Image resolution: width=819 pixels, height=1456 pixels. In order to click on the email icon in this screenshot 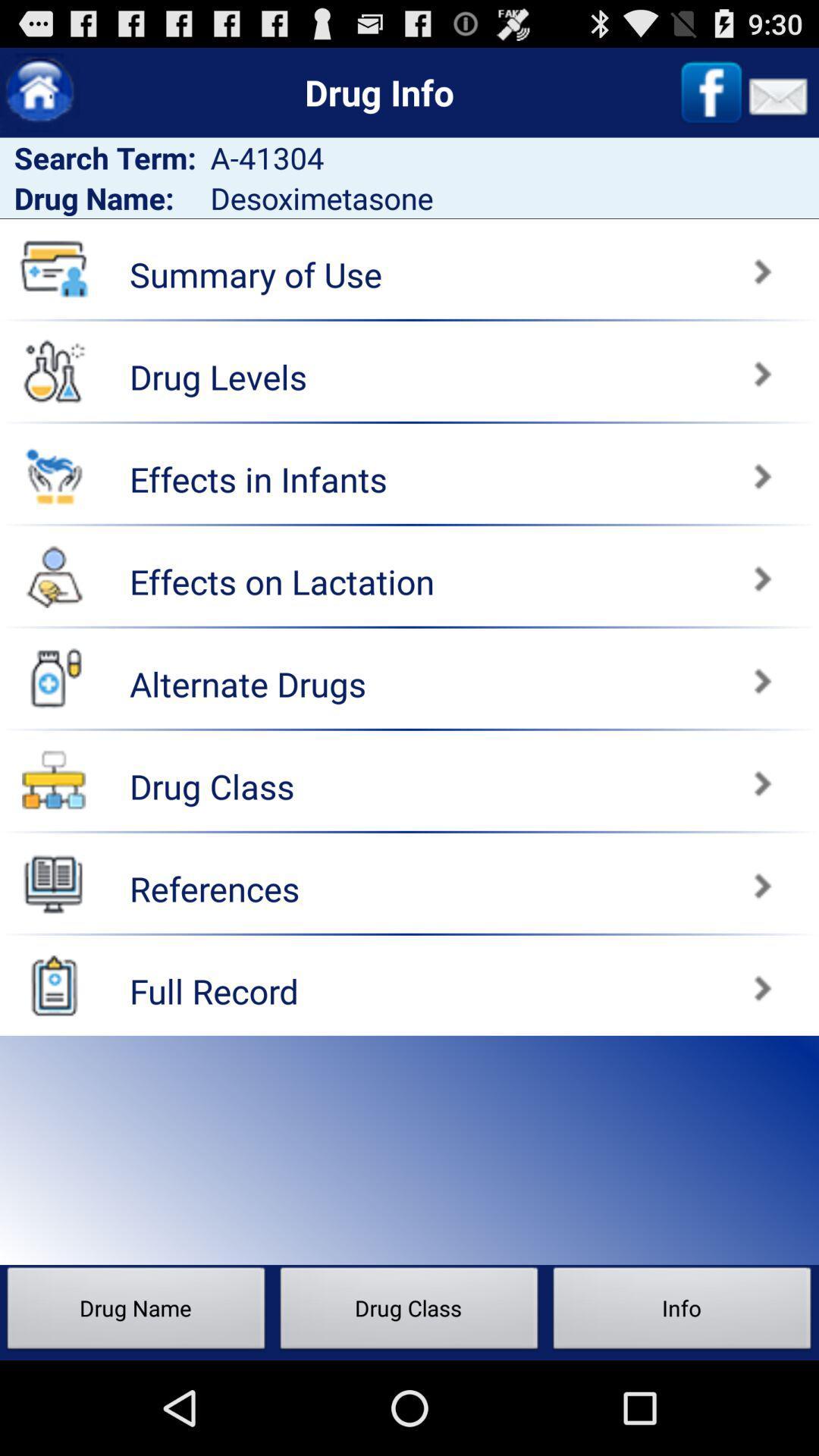, I will do `click(779, 98)`.